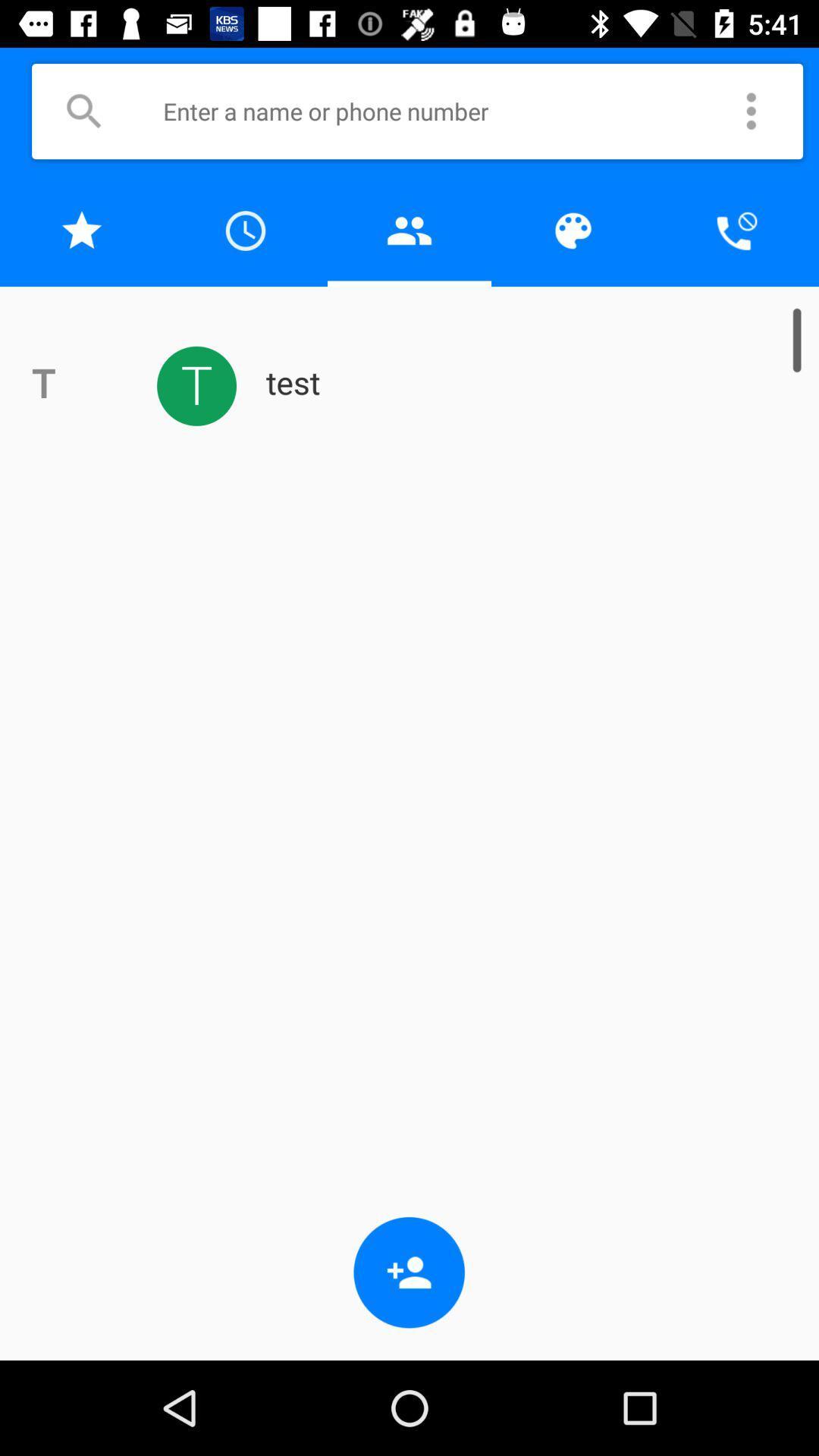 The image size is (819, 1456). Describe the element at coordinates (83, 111) in the screenshot. I see `shows search button` at that location.